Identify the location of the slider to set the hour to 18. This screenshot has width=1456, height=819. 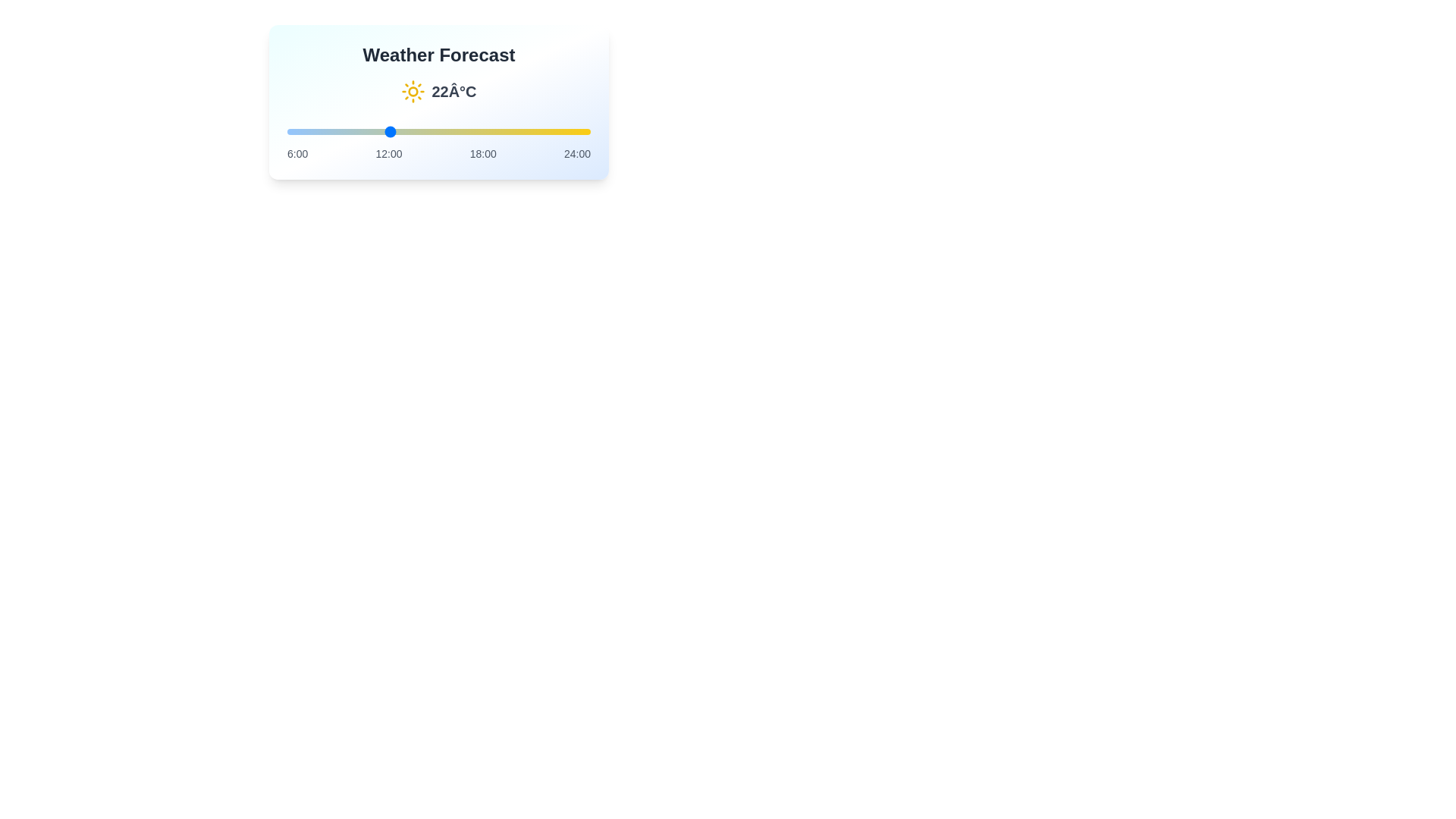
(489, 130).